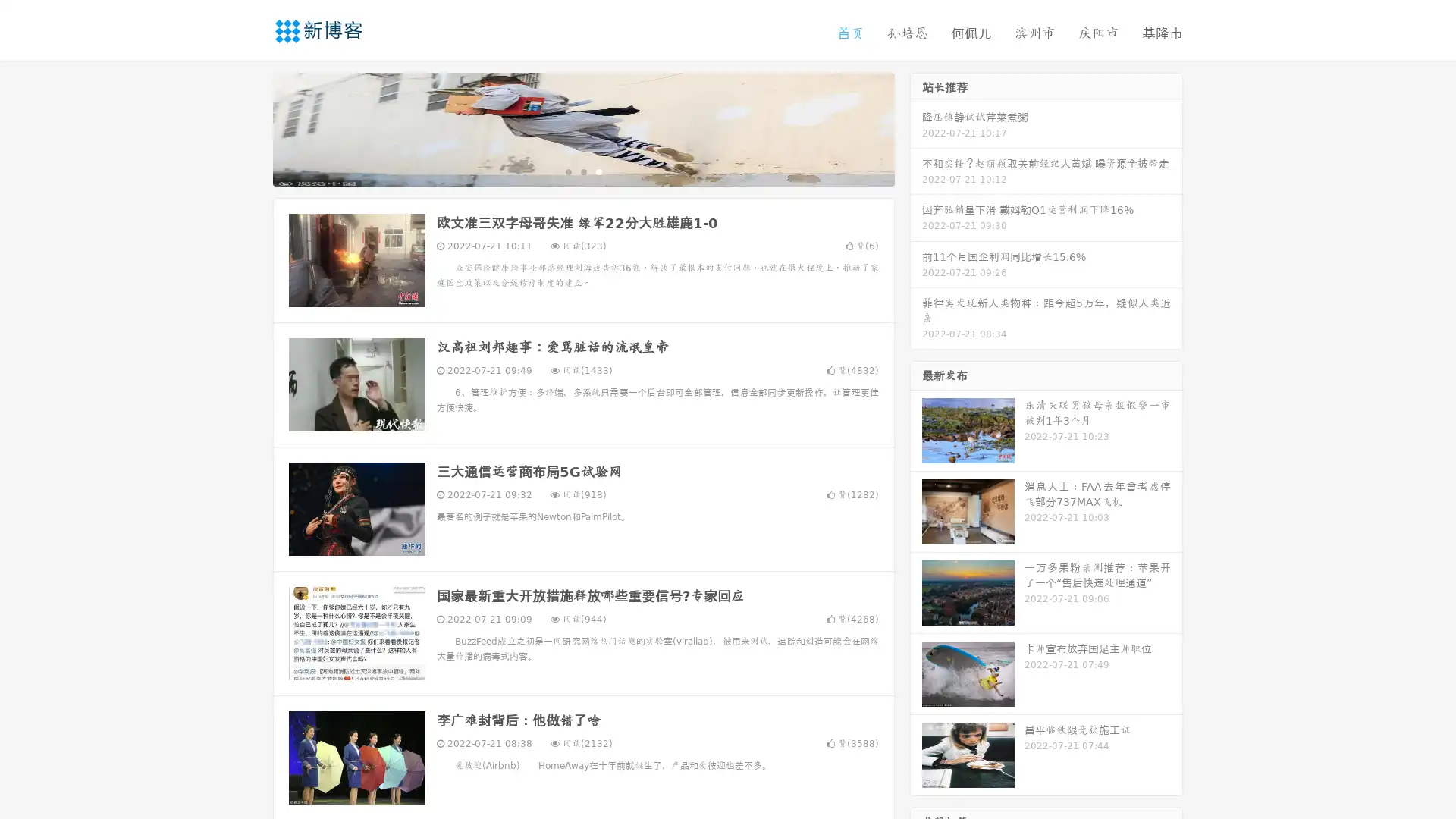 The height and width of the screenshot is (819, 1456). What do you see at coordinates (250, 127) in the screenshot?
I see `Previous slide` at bounding box center [250, 127].